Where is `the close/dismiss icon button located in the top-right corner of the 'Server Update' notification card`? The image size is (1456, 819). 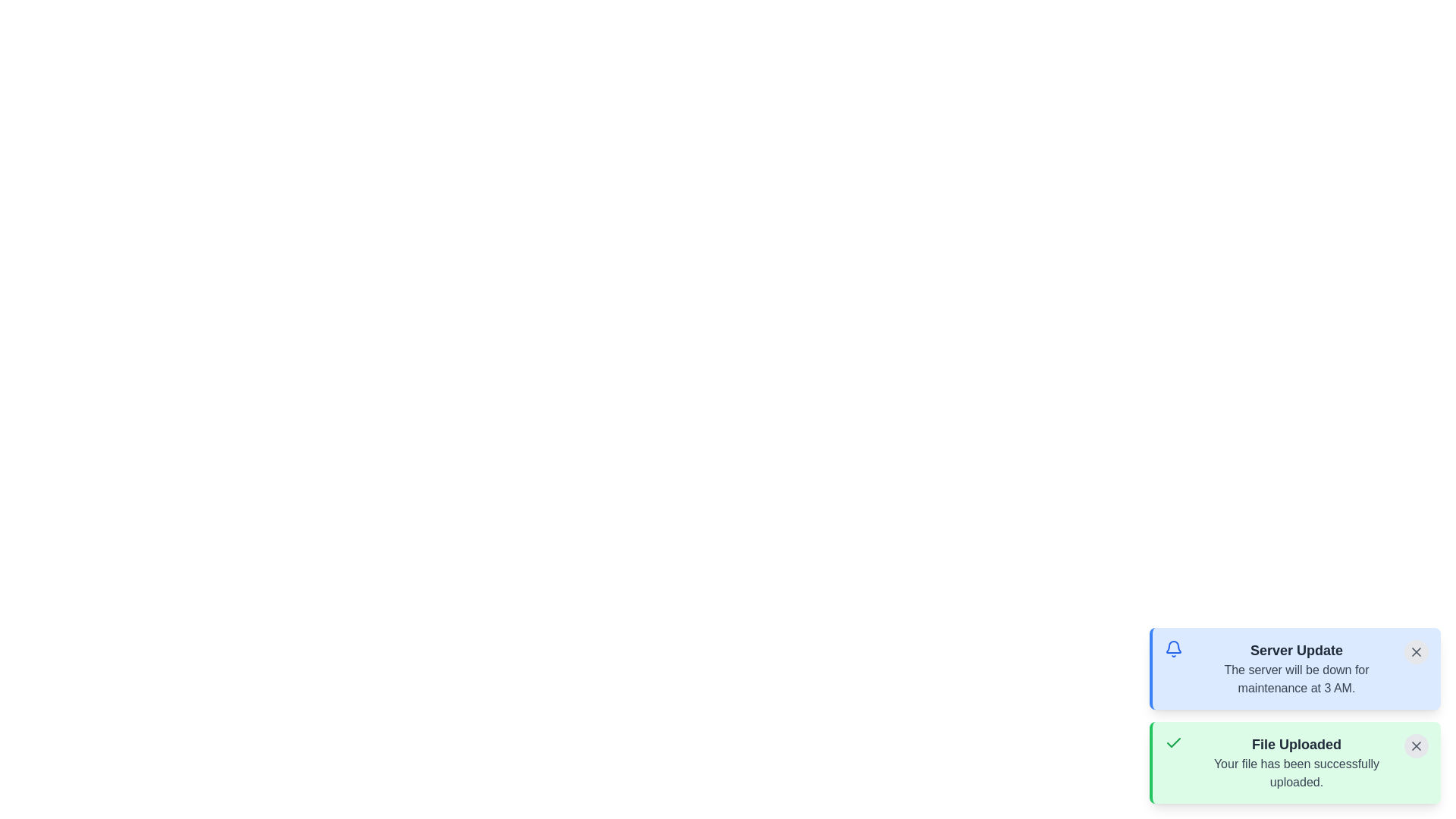
the close/dismiss icon button located in the top-right corner of the 'Server Update' notification card is located at coordinates (1415, 651).